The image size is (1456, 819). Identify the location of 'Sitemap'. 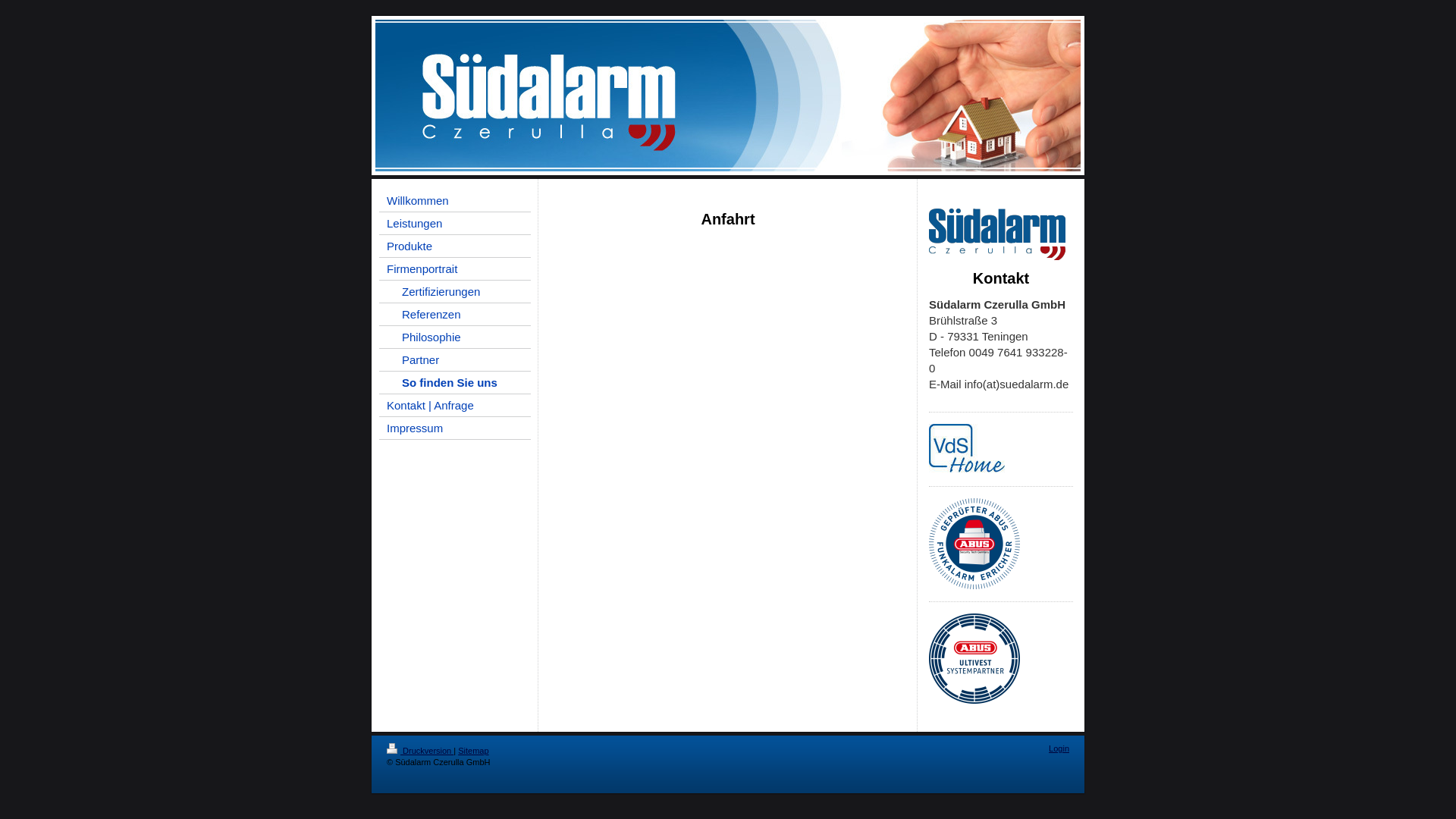
(472, 751).